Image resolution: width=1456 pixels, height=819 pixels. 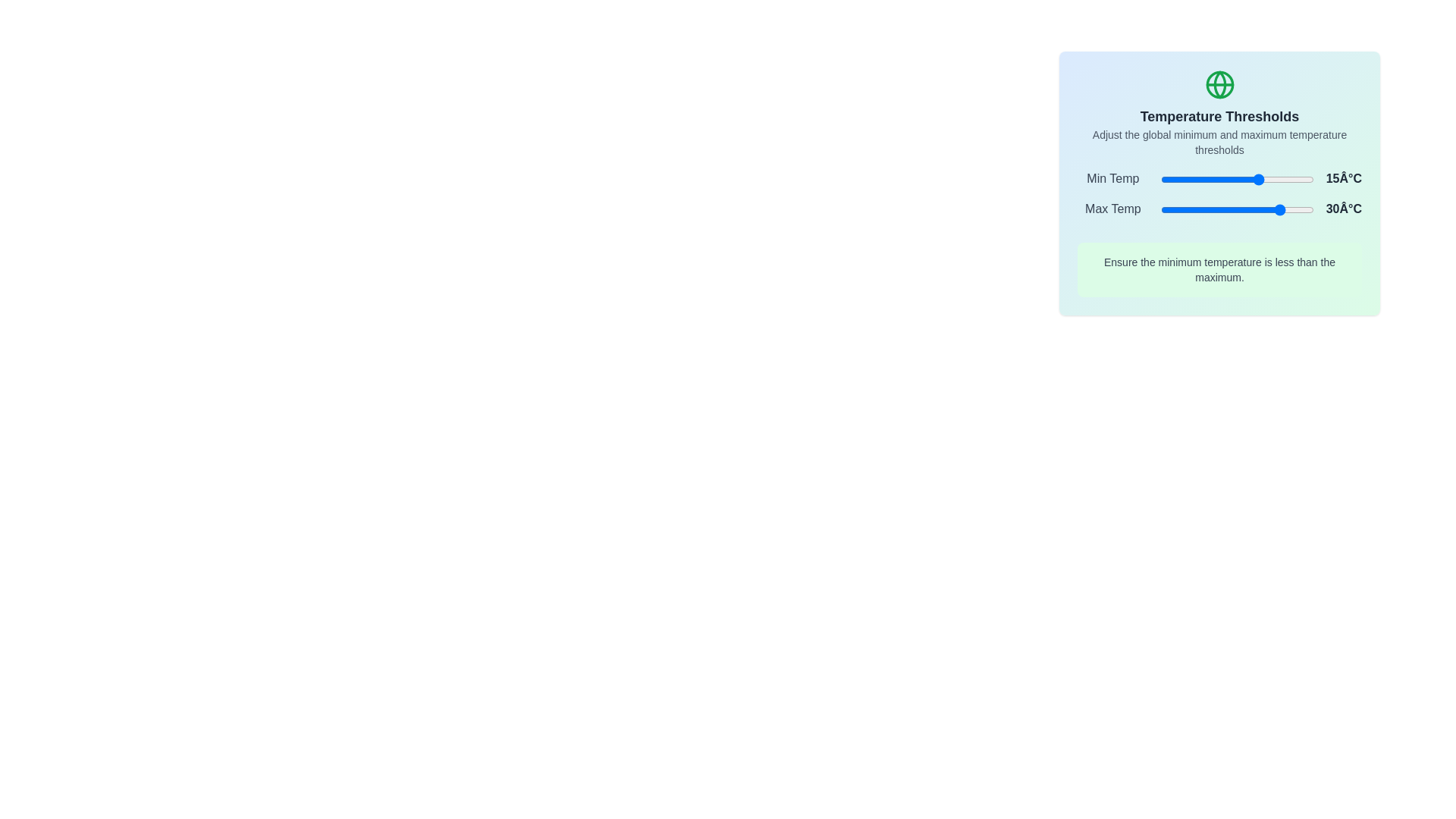 What do you see at coordinates (1195, 178) in the screenshot?
I see `the minimum temperature slider to -27°C` at bounding box center [1195, 178].